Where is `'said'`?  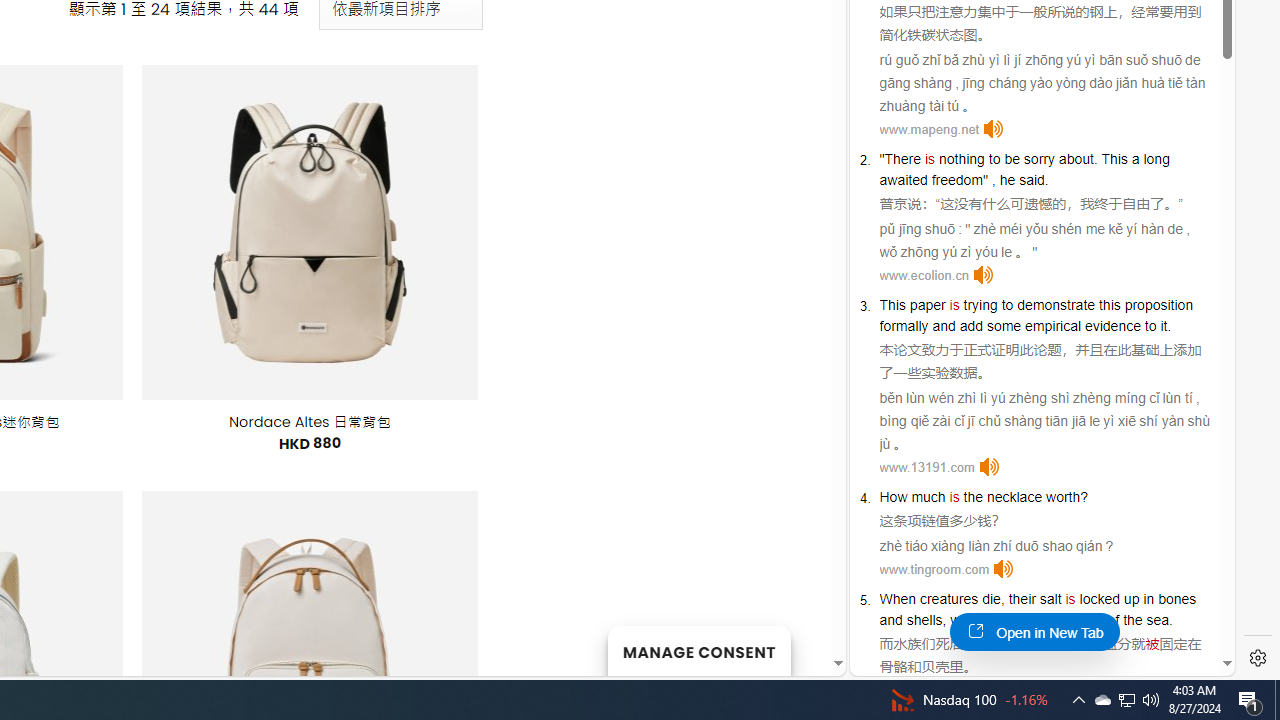 'said' is located at coordinates (1031, 180).